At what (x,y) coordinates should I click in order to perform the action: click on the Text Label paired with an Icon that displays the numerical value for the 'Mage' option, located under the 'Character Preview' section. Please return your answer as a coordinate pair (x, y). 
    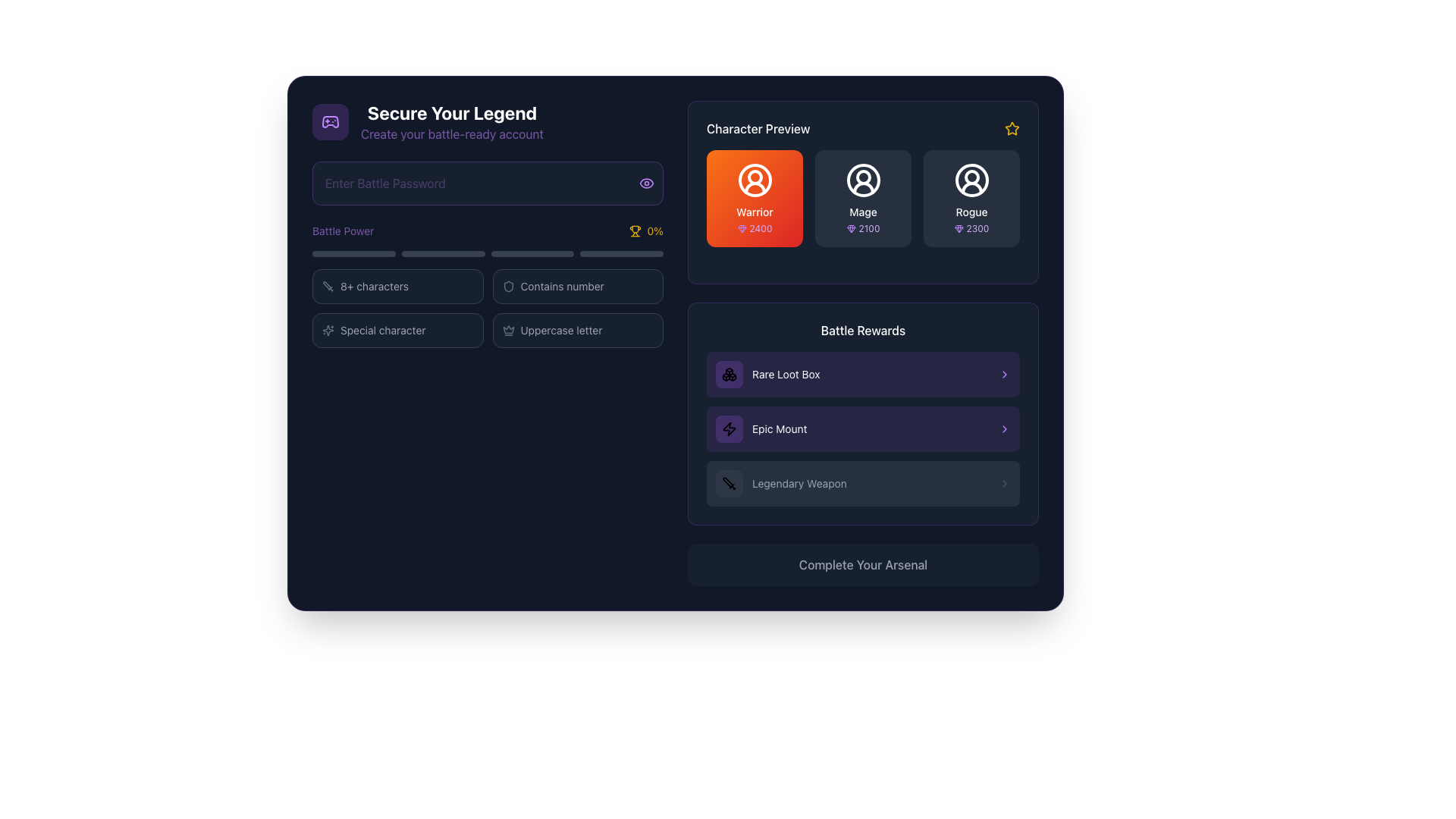
    Looking at the image, I should click on (863, 228).